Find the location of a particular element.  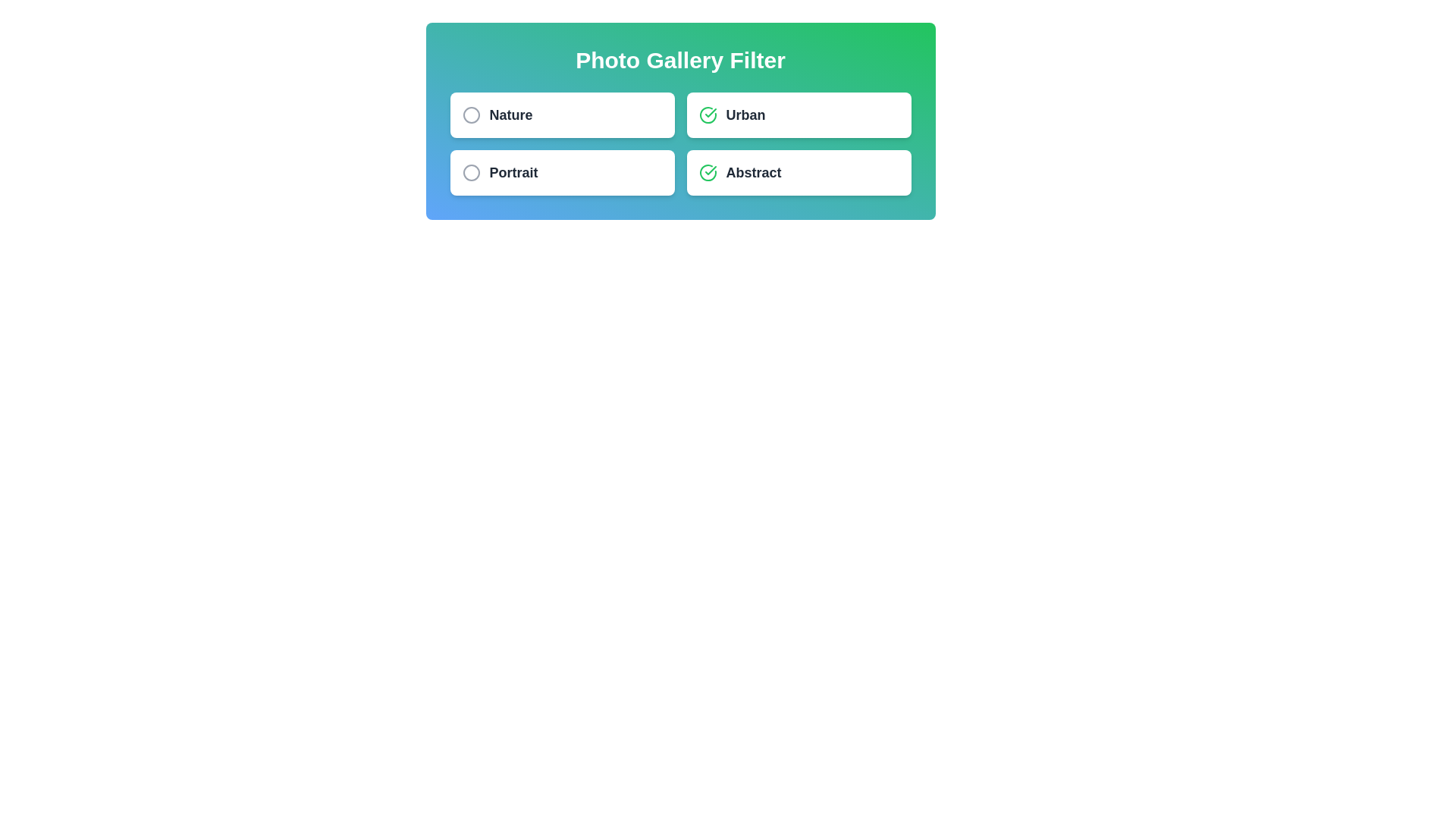

the filter icon to toggle its selection state. The parameter Portrait specifies the filter to interact with is located at coordinates (470, 171).